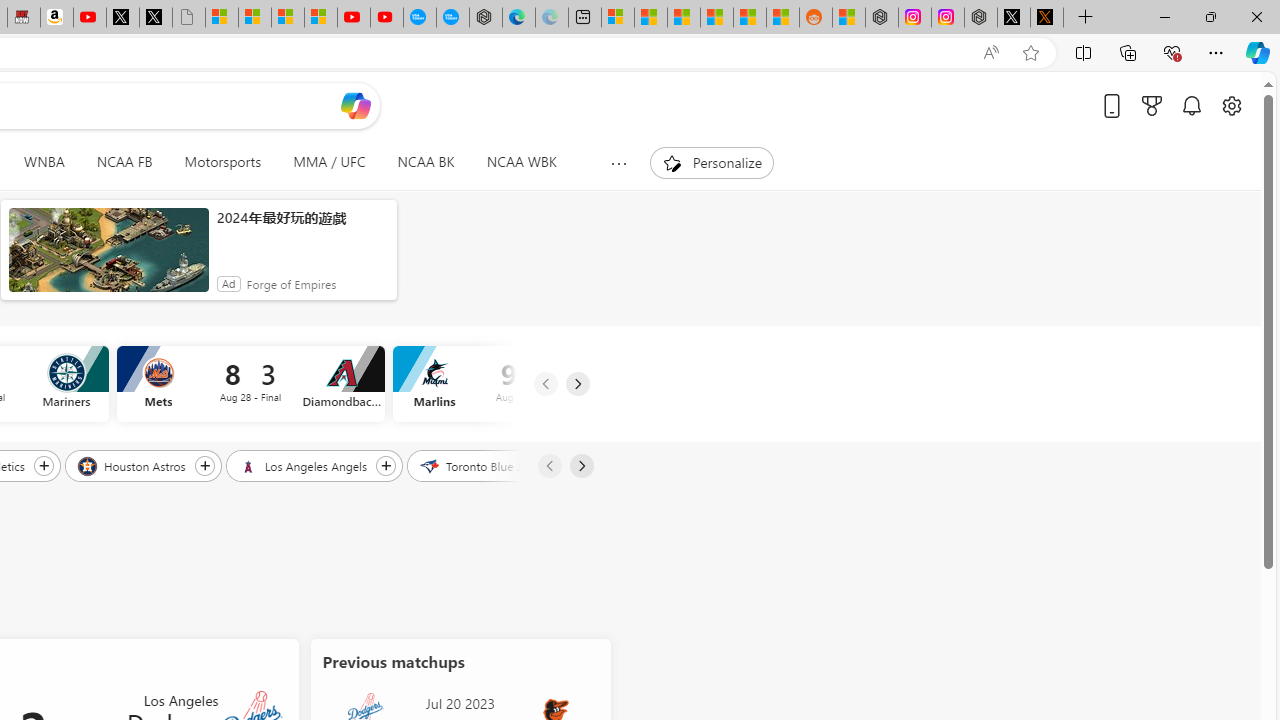 Image resolution: width=1280 pixels, height=720 pixels. What do you see at coordinates (1046, 17) in the screenshot?
I see `'help.x.com | 524: A timeout occurred'` at bounding box center [1046, 17].